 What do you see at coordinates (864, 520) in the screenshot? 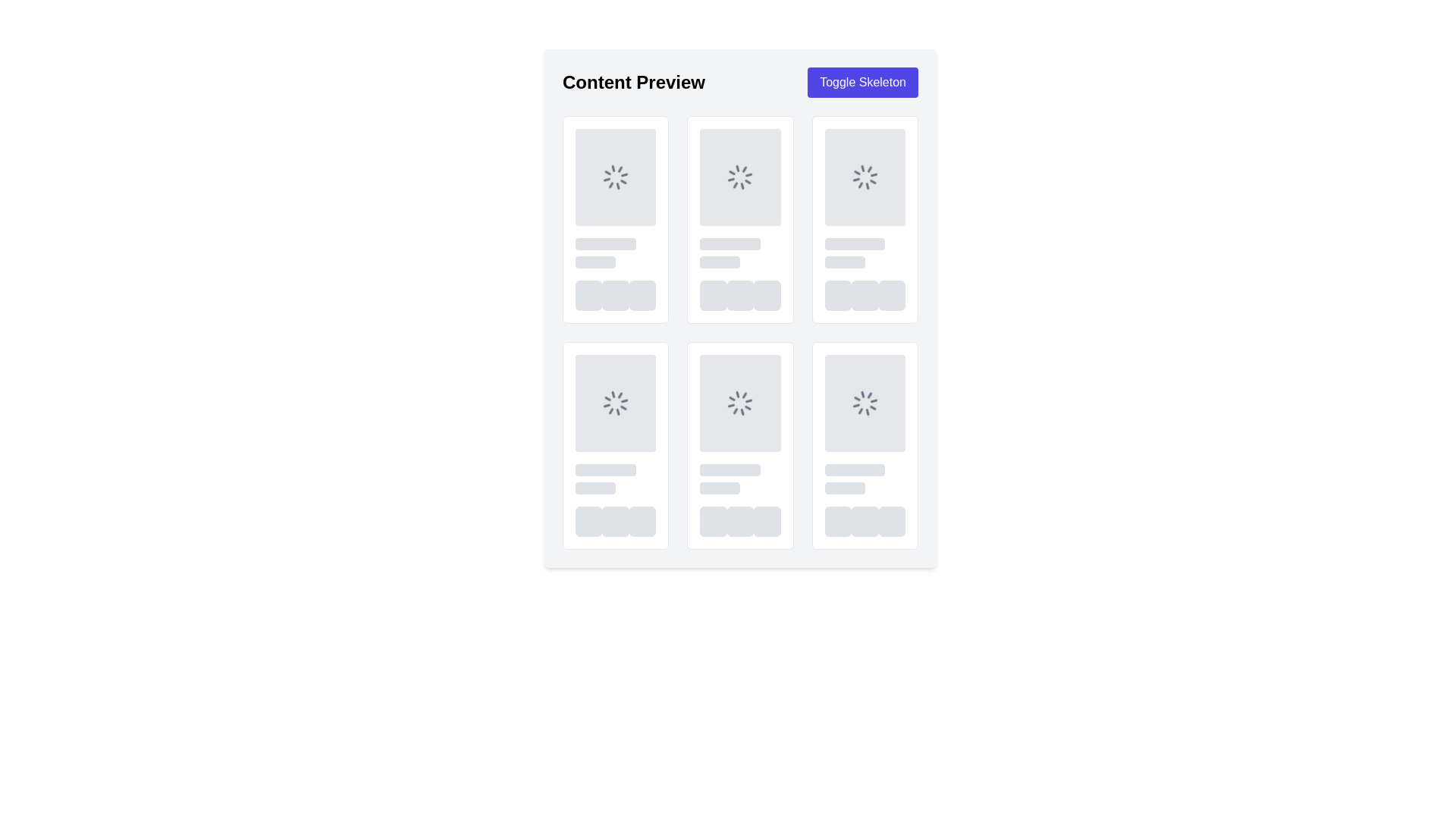
I see `the loading placeholder icons located at the bottom section of the rightmost card in the bottom row of a grid layout, which consists of three equally-sized square icons with a rounded border and gray background` at bounding box center [864, 520].